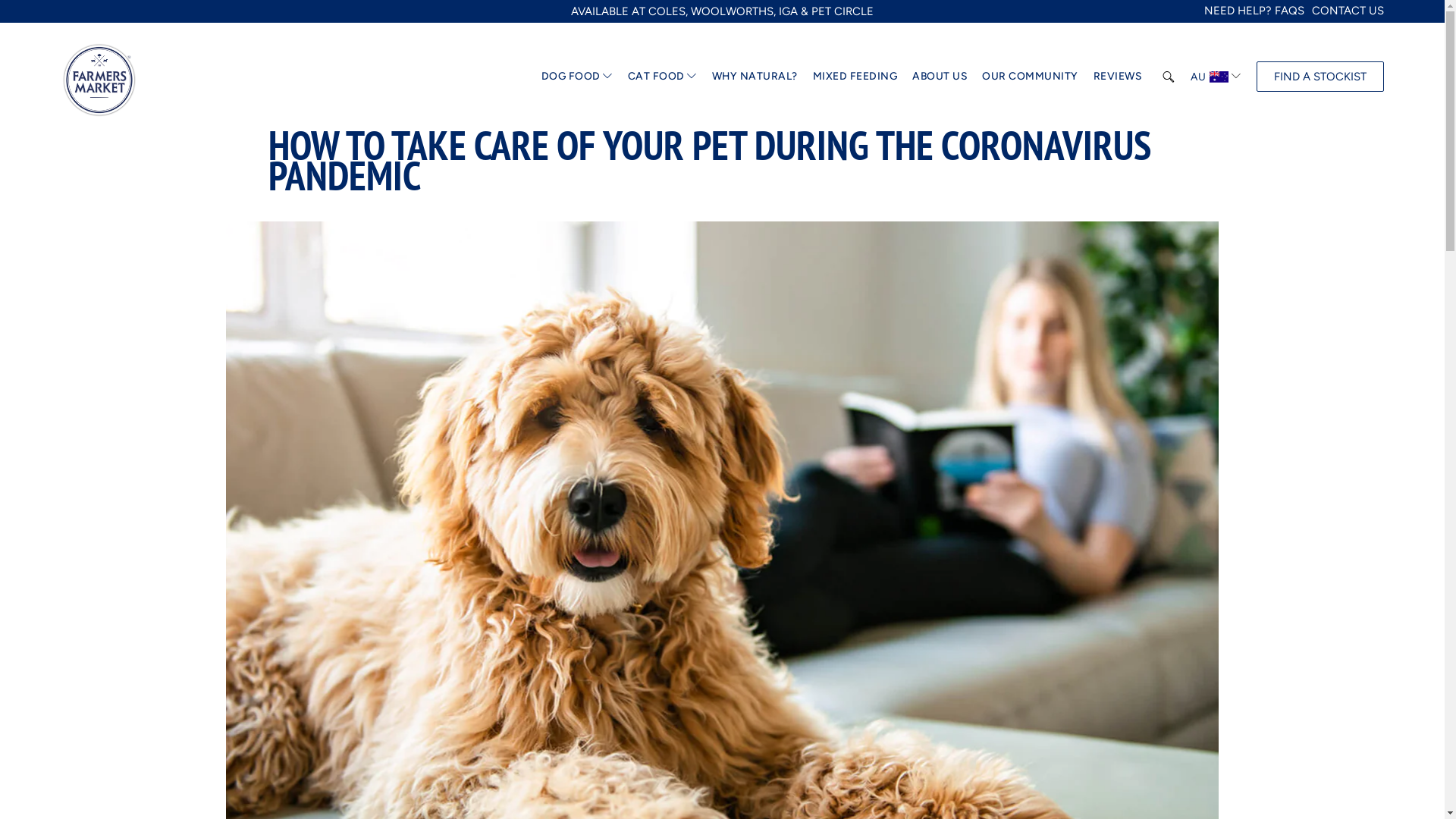  I want to click on 'CAT FOOD', so click(656, 76).